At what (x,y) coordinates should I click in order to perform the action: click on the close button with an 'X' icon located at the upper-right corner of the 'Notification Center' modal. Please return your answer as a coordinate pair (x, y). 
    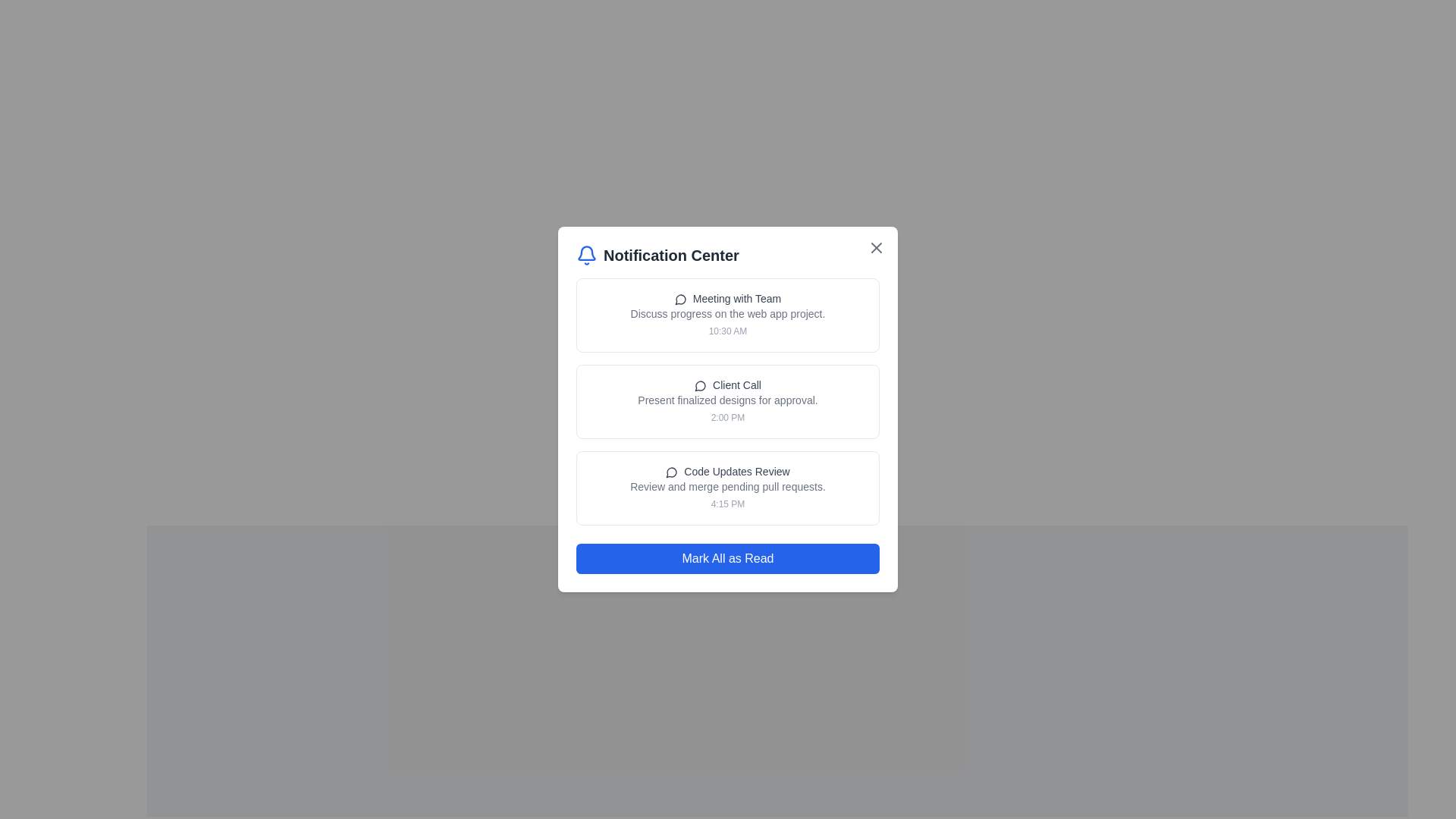
    Looking at the image, I should click on (877, 247).